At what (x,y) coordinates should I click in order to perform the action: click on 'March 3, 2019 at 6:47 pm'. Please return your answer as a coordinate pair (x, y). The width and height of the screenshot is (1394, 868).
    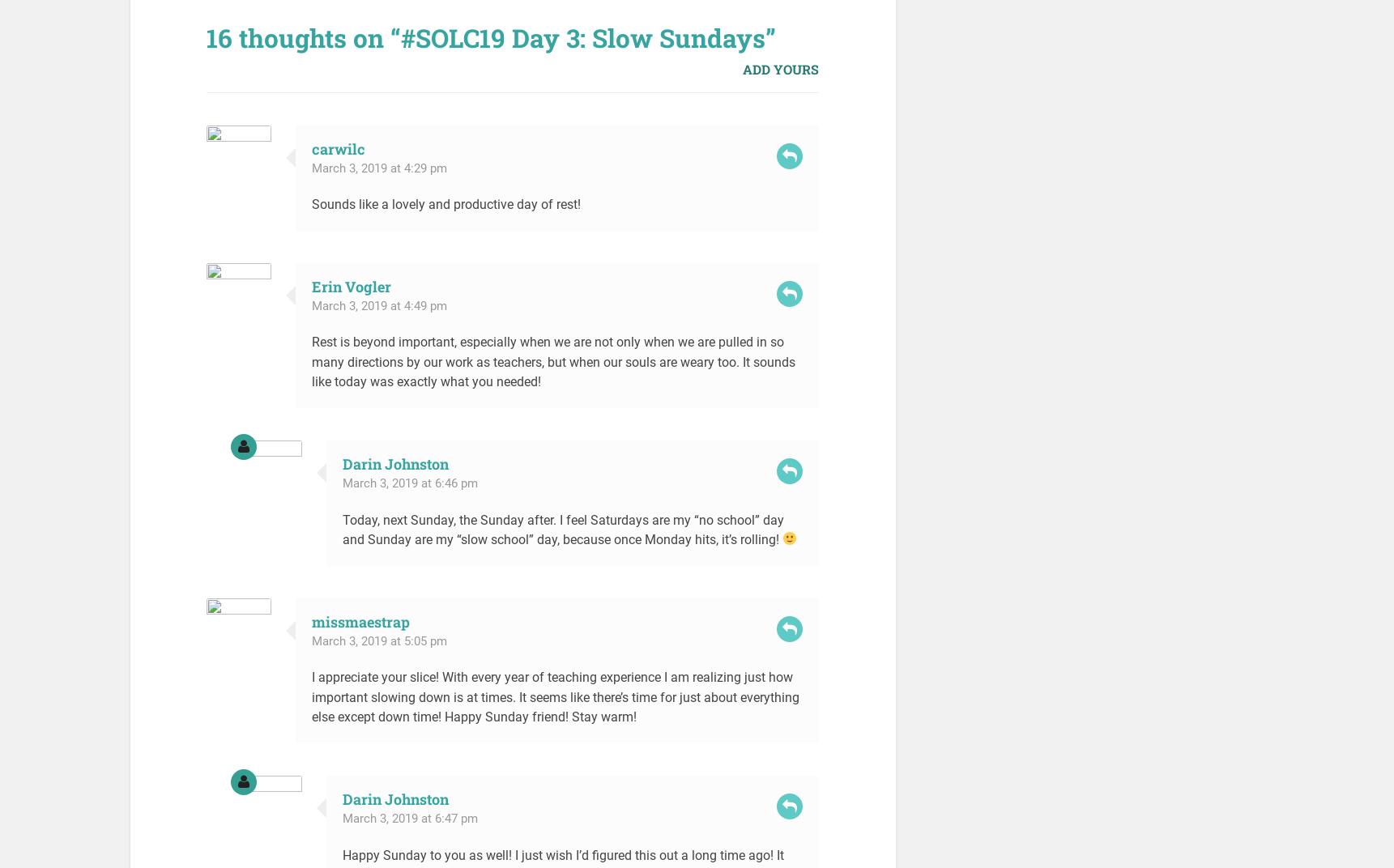
    Looking at the image, I should click on (340, 819).